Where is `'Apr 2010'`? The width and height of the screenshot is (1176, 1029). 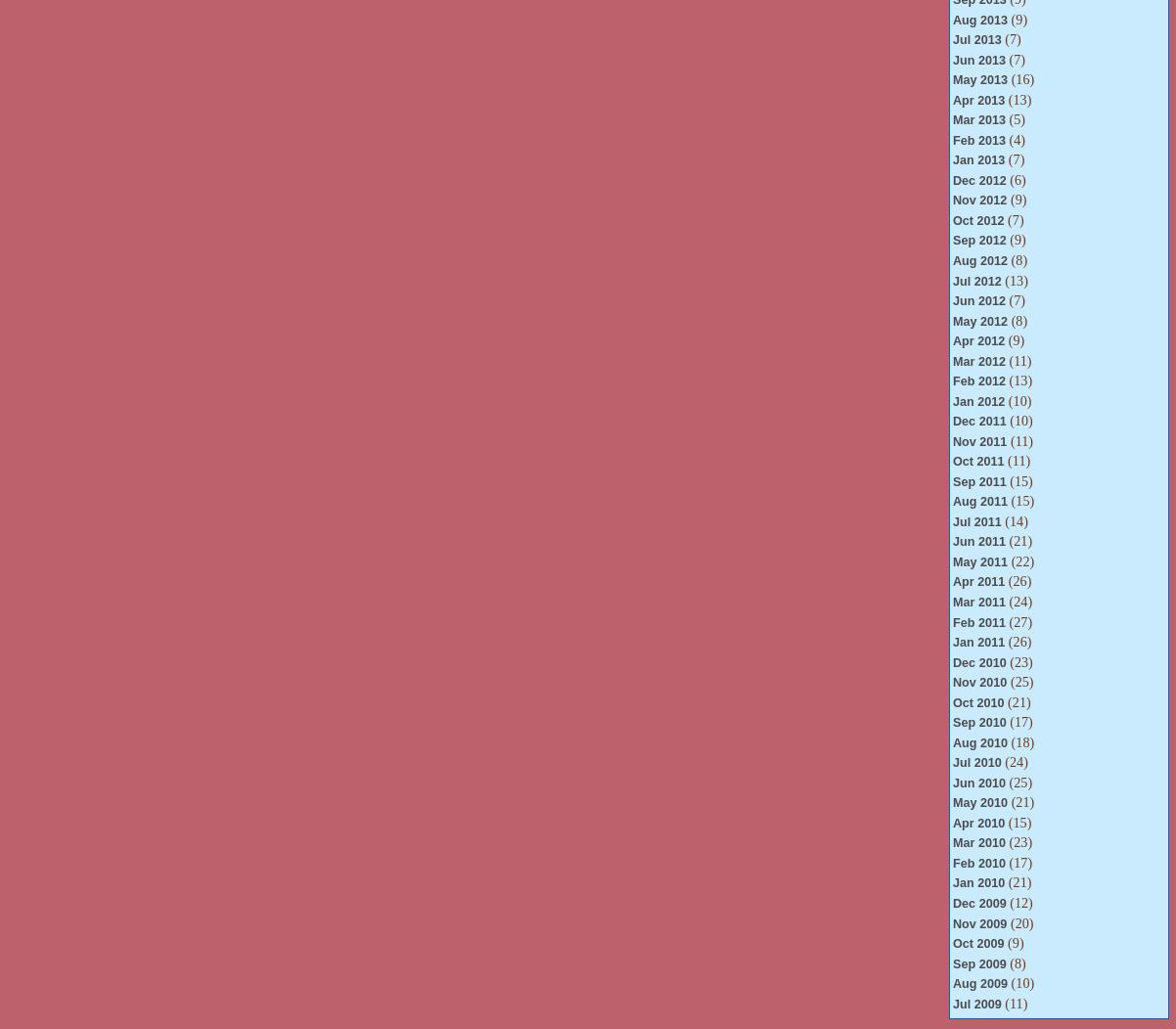
'Apr 2010' is located at coordinates (977, 821).